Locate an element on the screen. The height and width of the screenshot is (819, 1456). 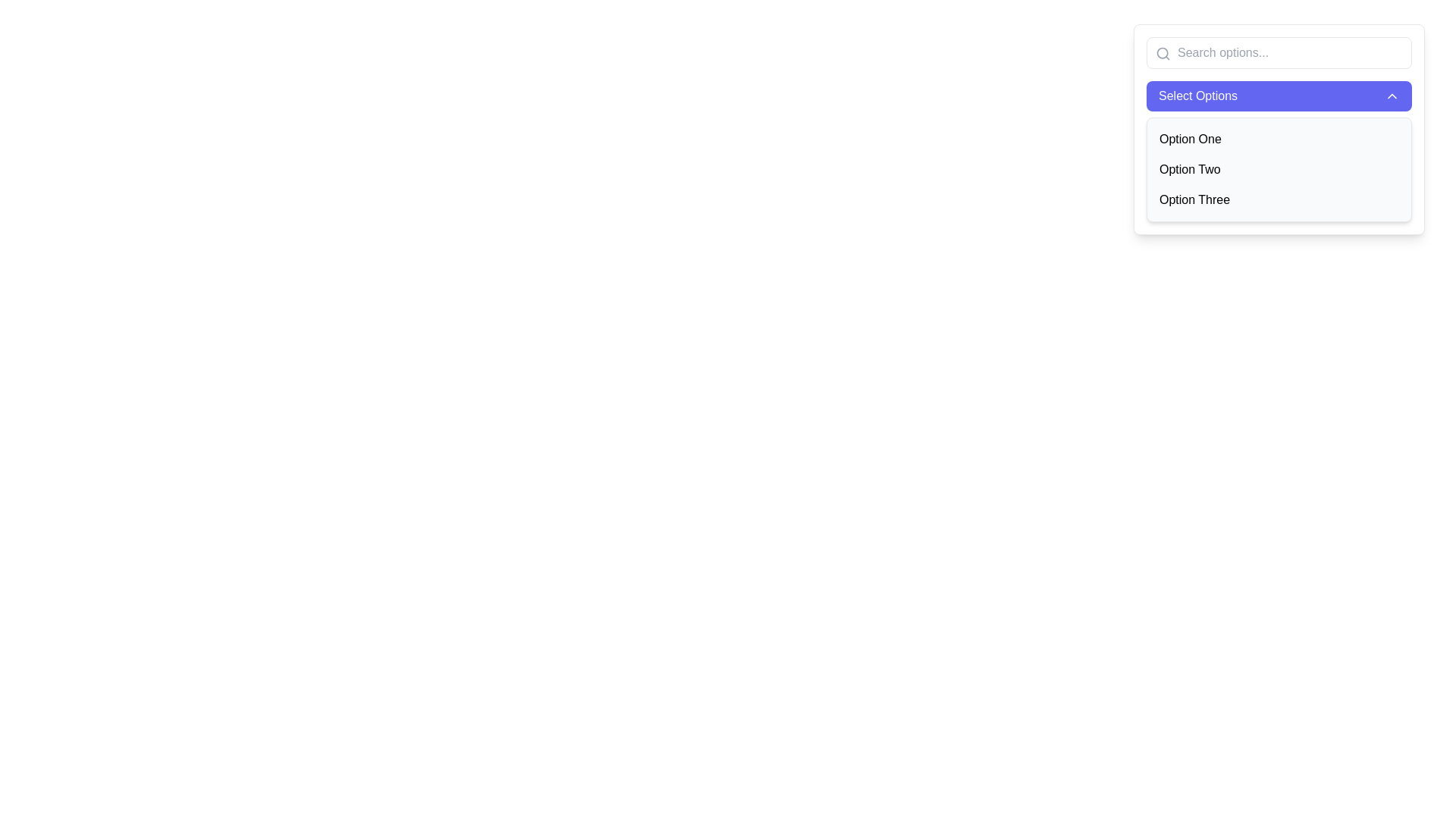
the third option labeled 'Option Three' in the dropdown menu under 'Select Options' is located at coordinates (1194, 199).